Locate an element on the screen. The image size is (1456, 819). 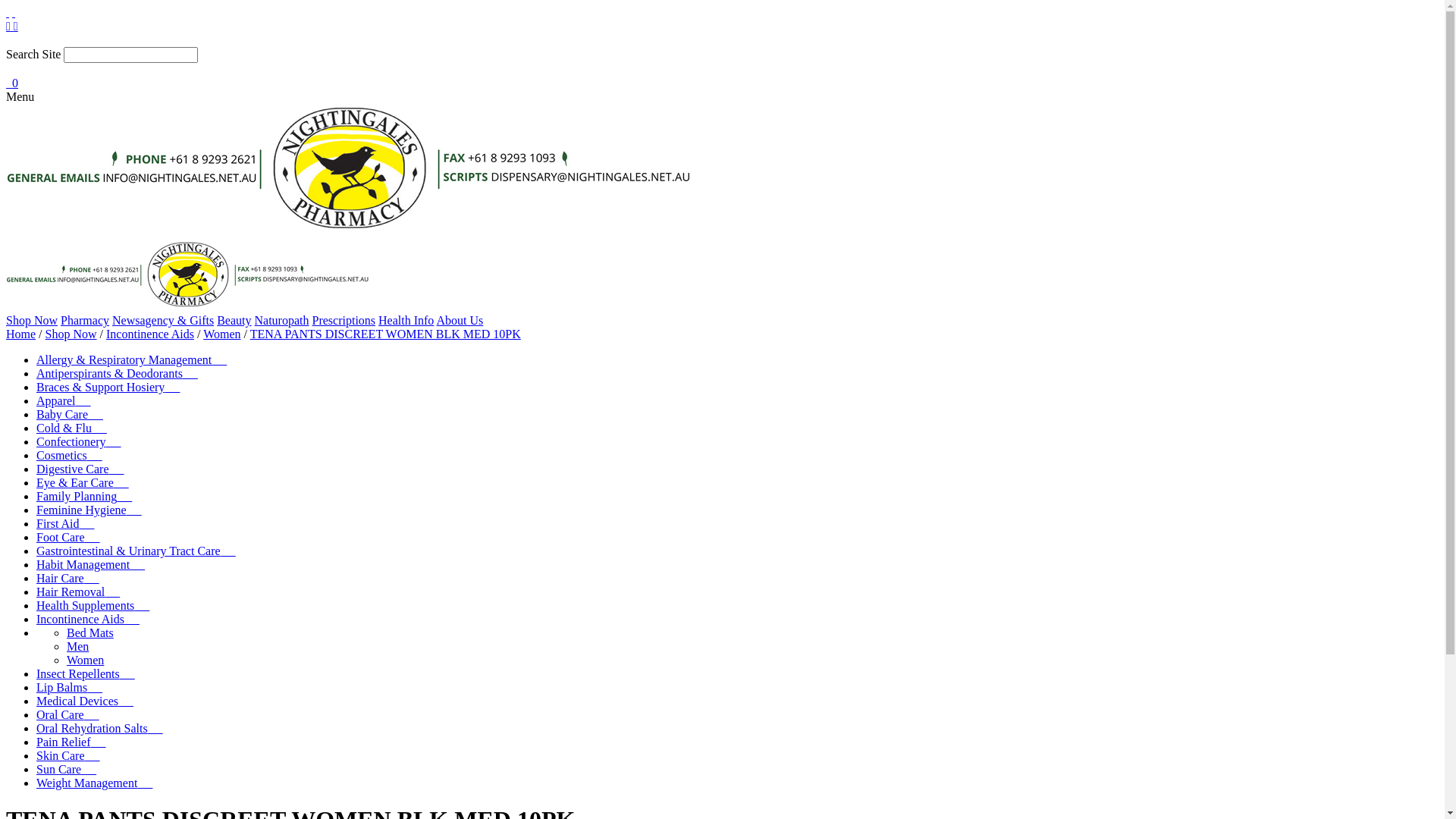
'Gastrointestinal & Urinary Tract Care     ' is located at coordinates (136, 551).